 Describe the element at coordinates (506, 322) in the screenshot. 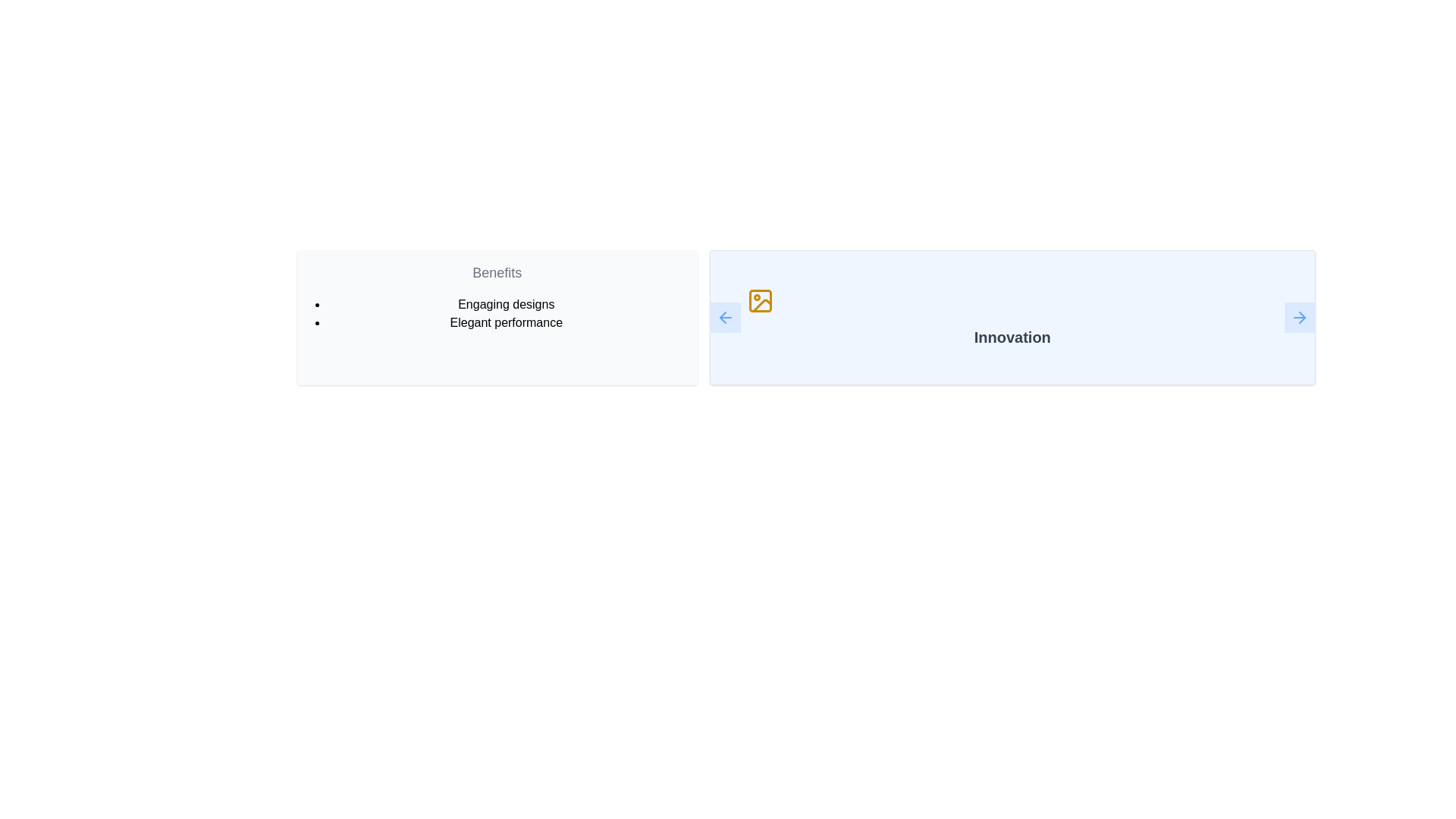

I see `text 'Elegant performance' which is the second item in the bulleted list under the heading 'Benefits'` at that location.